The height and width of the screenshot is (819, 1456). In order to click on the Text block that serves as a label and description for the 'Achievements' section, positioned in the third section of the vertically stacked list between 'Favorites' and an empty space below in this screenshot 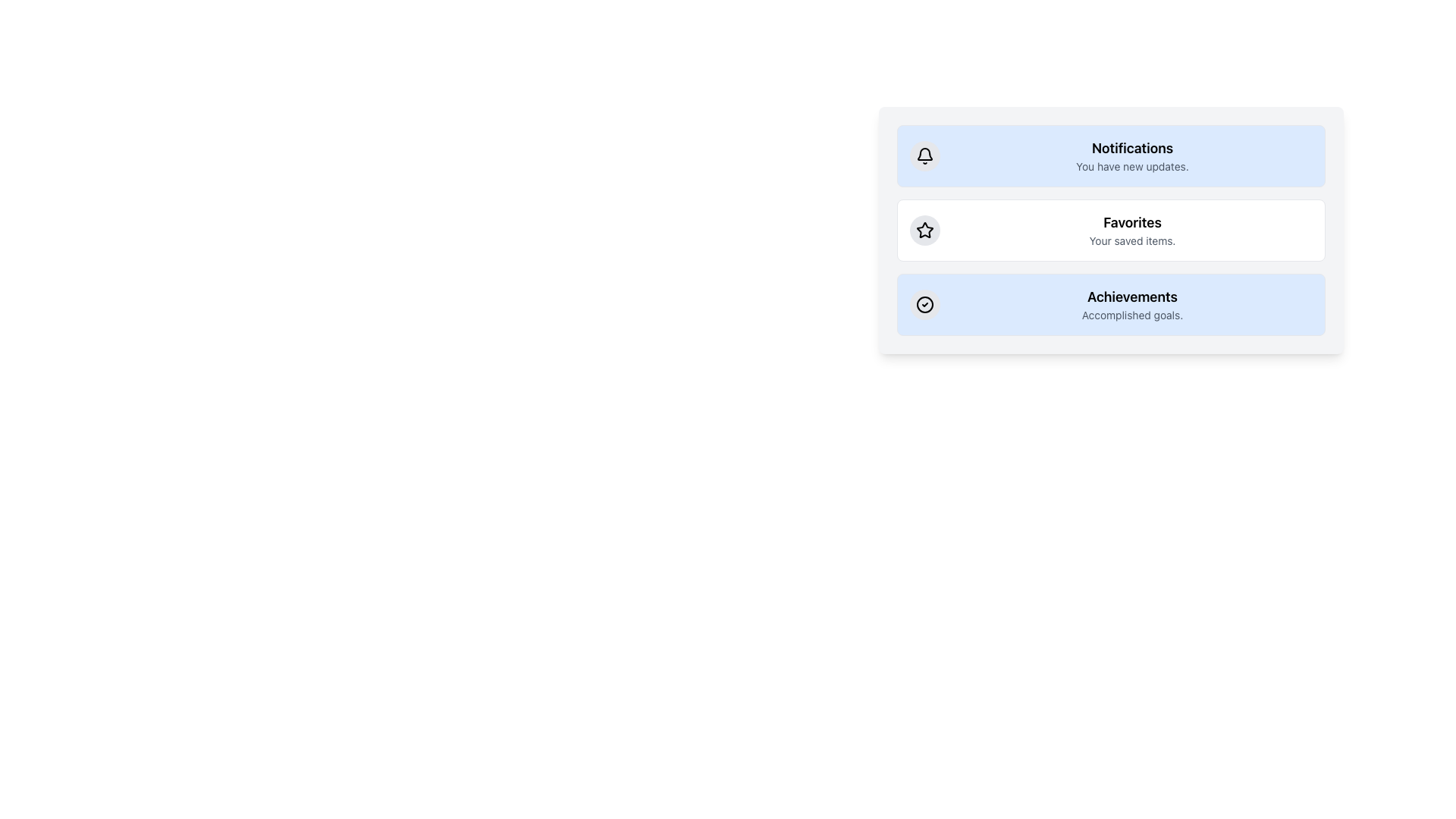, I will do `click(1132, 304)`.